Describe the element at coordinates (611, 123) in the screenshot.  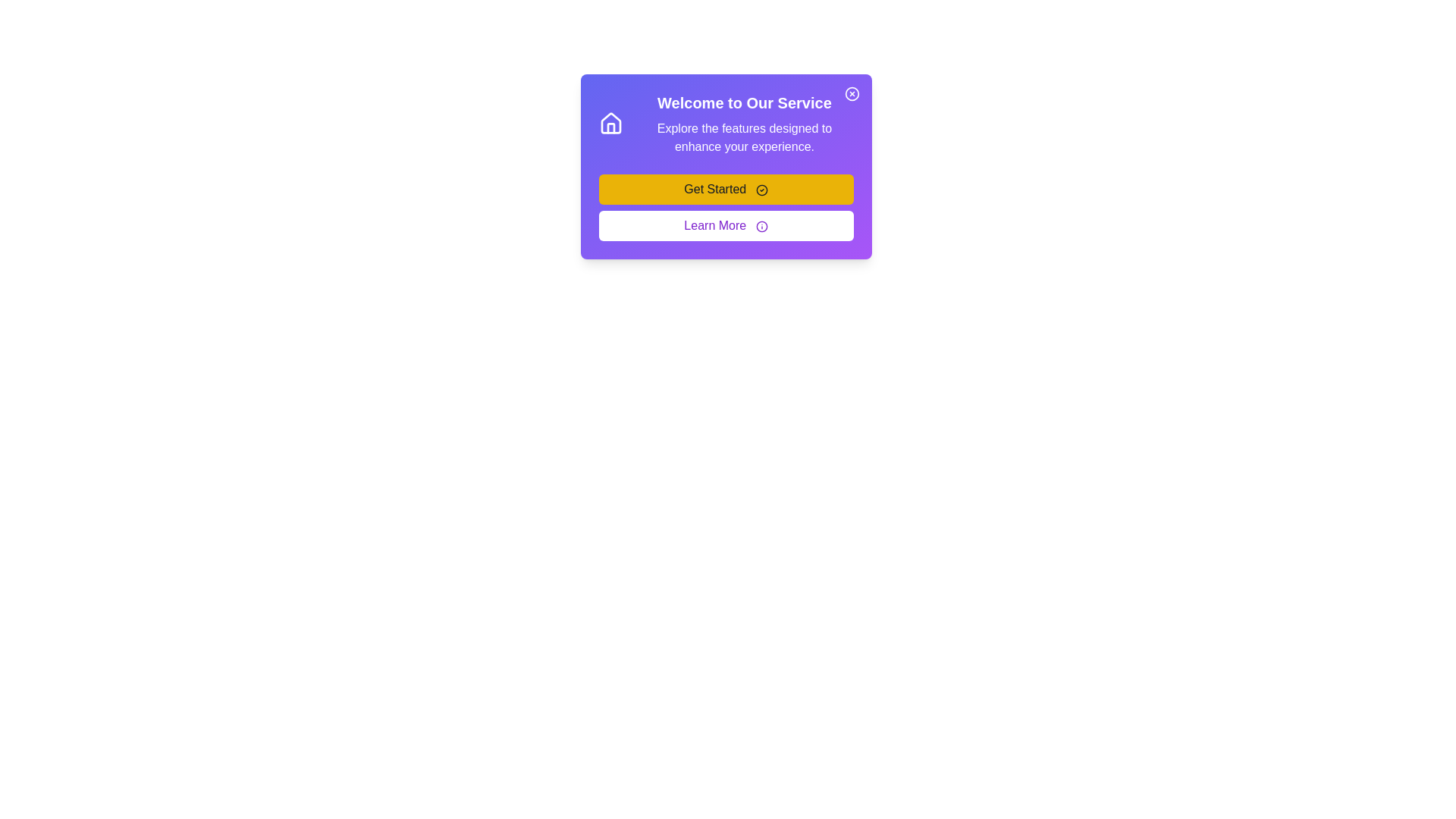
I see `the house-shaped icon with a purple fill and white interior, positioned to the left of the title in the modal interface` at that location.